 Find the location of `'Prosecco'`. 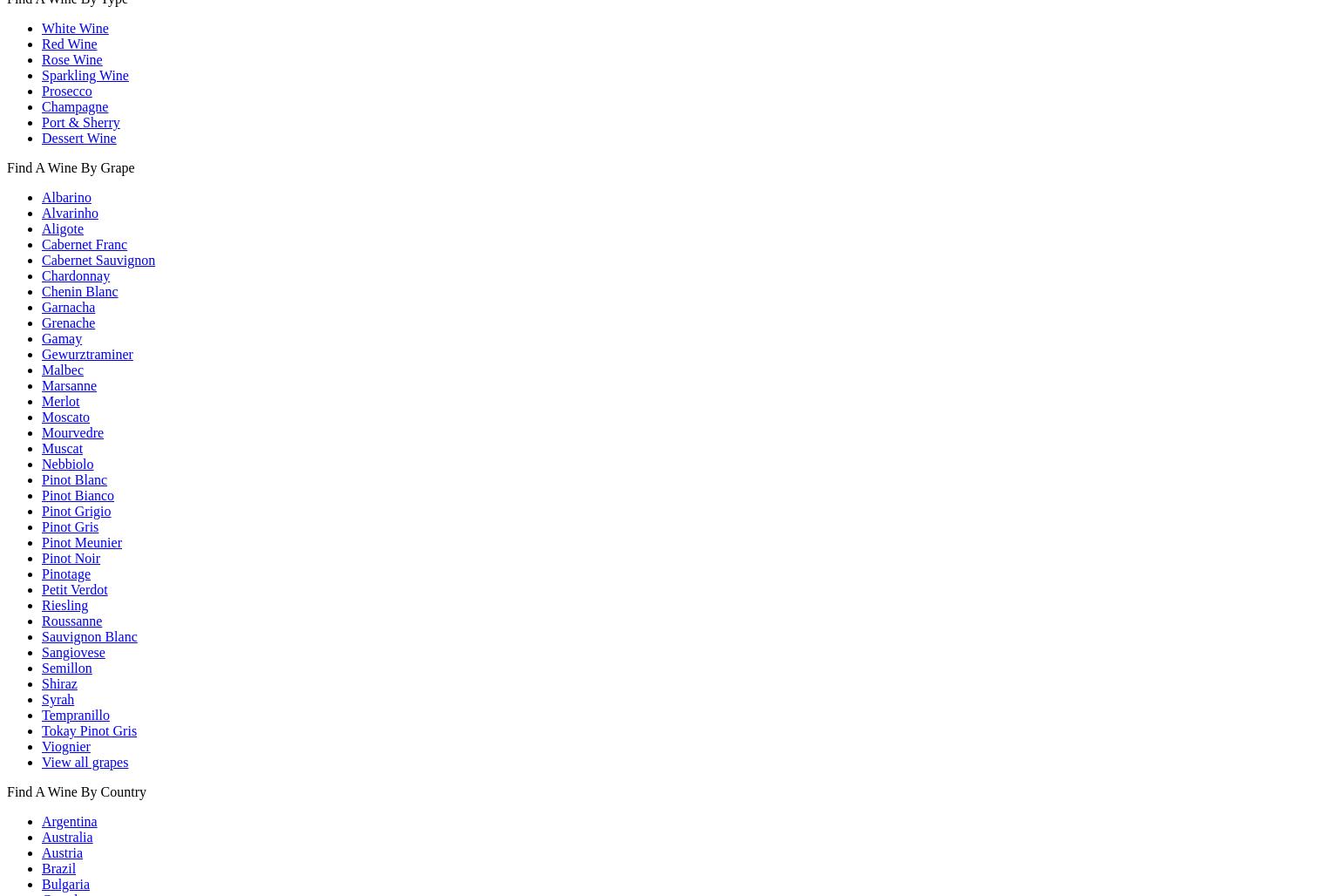

'Prosecco' is located at coordinates (66, 89).